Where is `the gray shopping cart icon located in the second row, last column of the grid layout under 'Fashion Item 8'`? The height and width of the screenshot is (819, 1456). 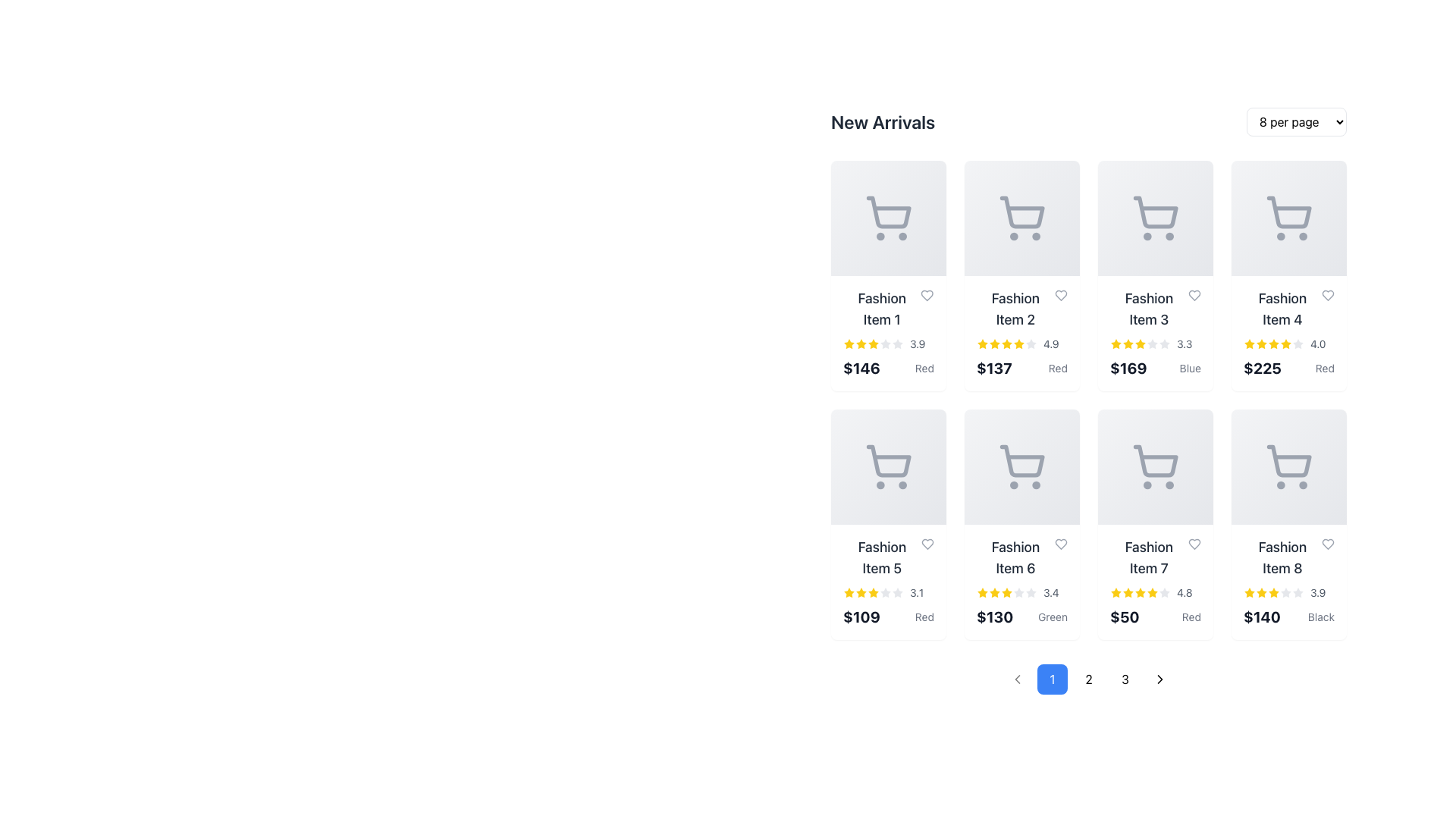 the gray shopping cart icon located in the second row, last column of the grid layout under 'Fashion Item 8' is located at coordinates (1288, 466).